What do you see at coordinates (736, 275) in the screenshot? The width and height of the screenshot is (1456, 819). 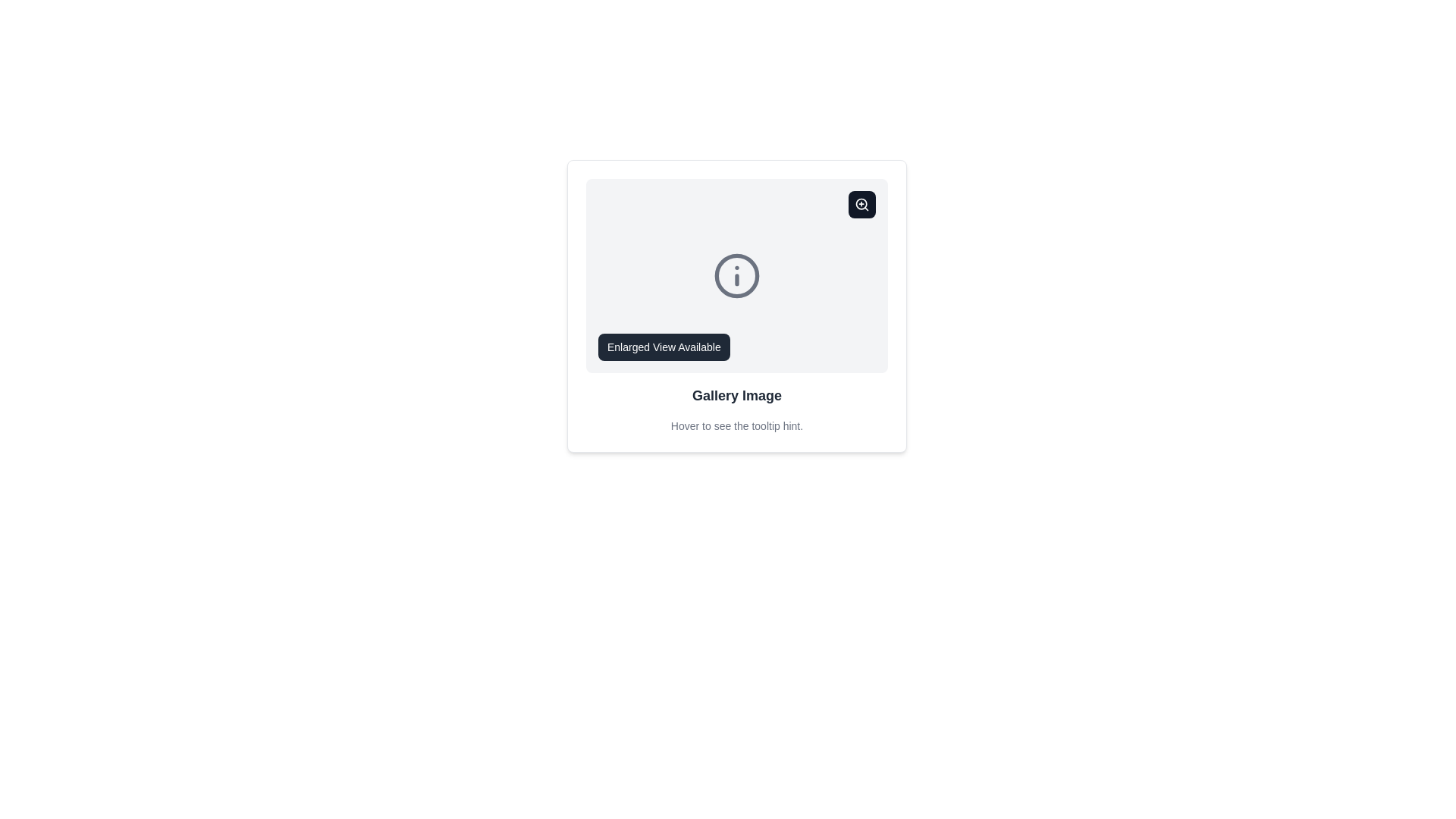 I see `the information icon, which features a circular border and an italic letter 'i', positioned between the zoom icon and the 'Gallery Image' label` at bounding box center [736, 275].